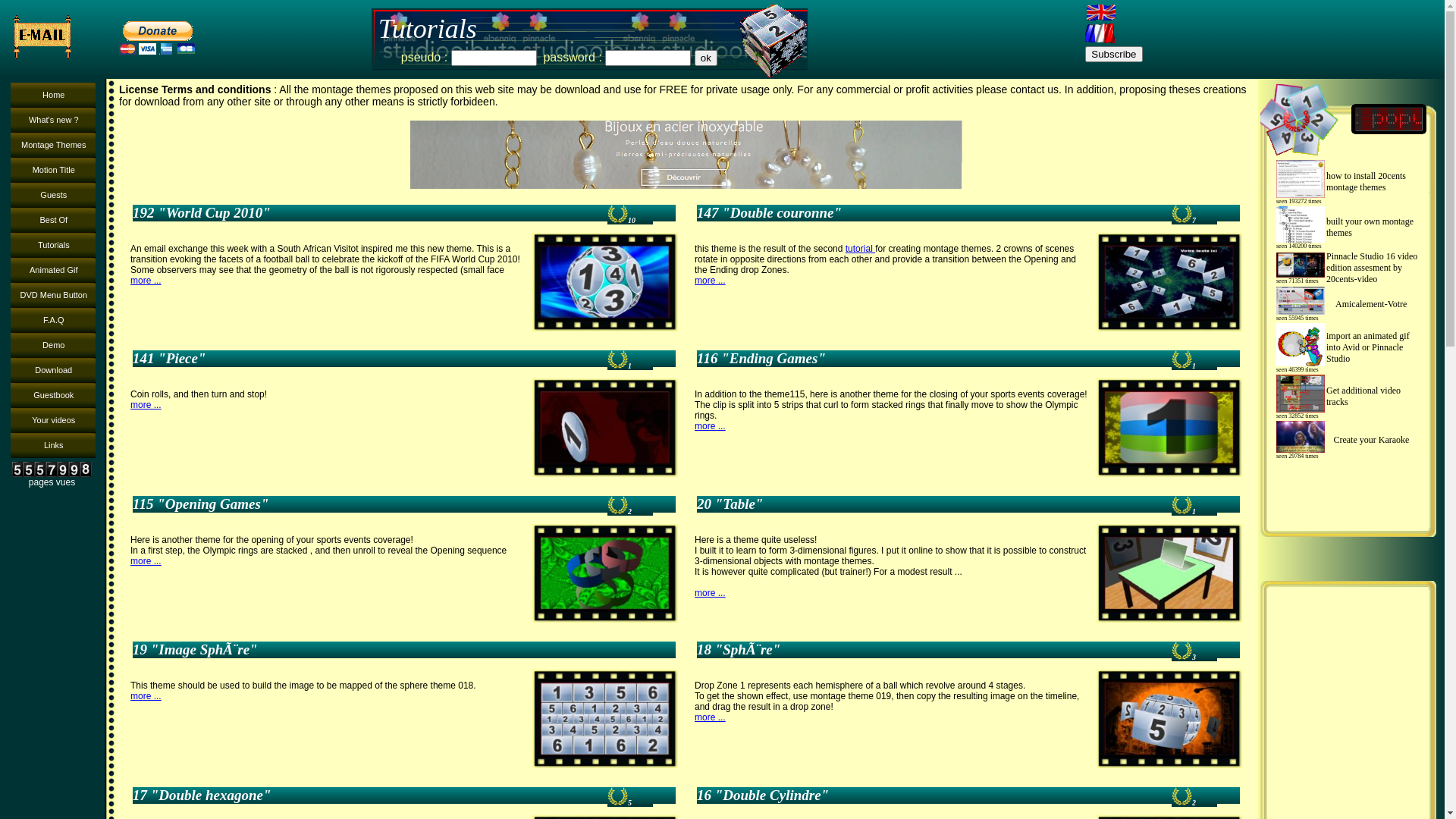  I want to click on 'seen 55945 times Amicalement-Votre', so click(1270, 304).